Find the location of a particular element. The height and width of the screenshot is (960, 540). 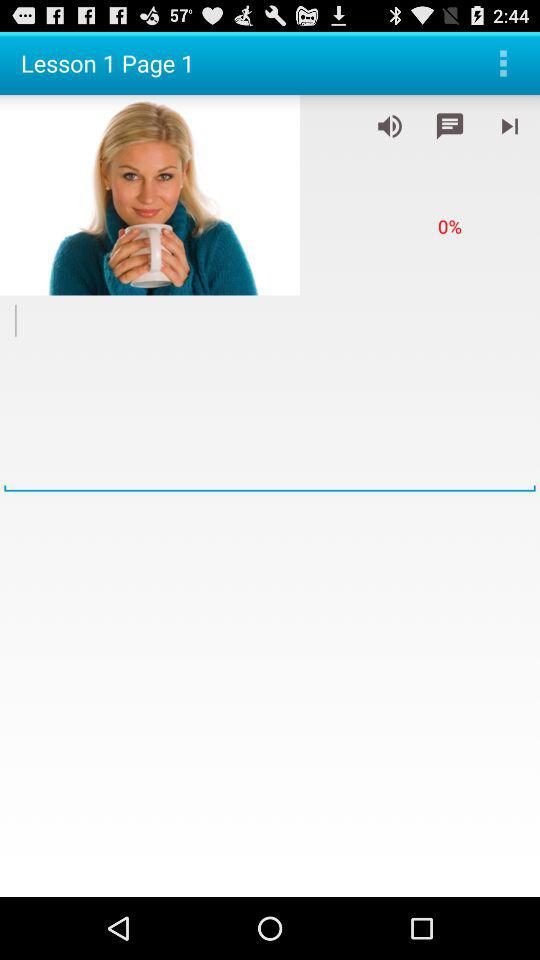

the volume icon is located at coordinates (389, 133).